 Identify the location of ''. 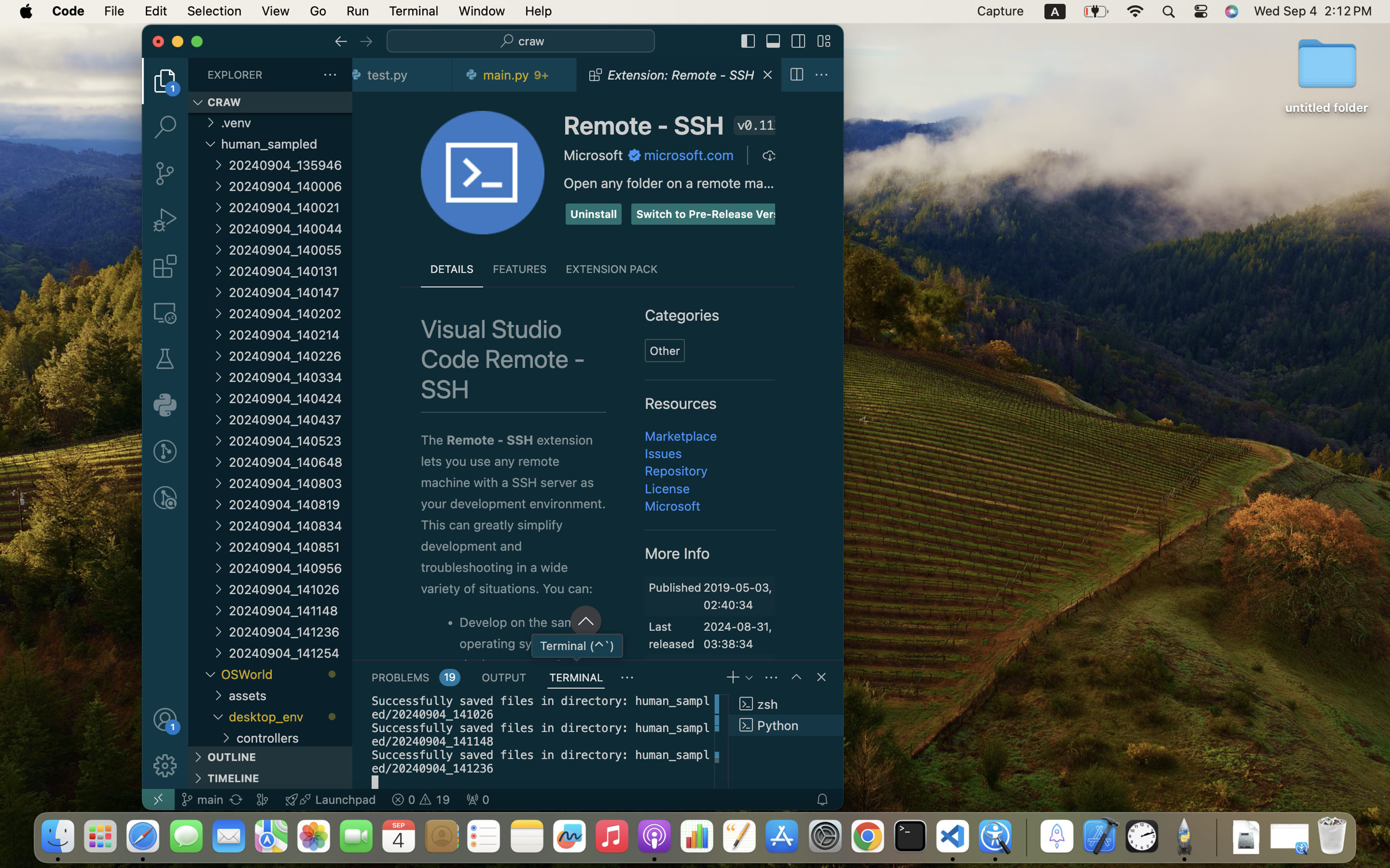
(774, 41).